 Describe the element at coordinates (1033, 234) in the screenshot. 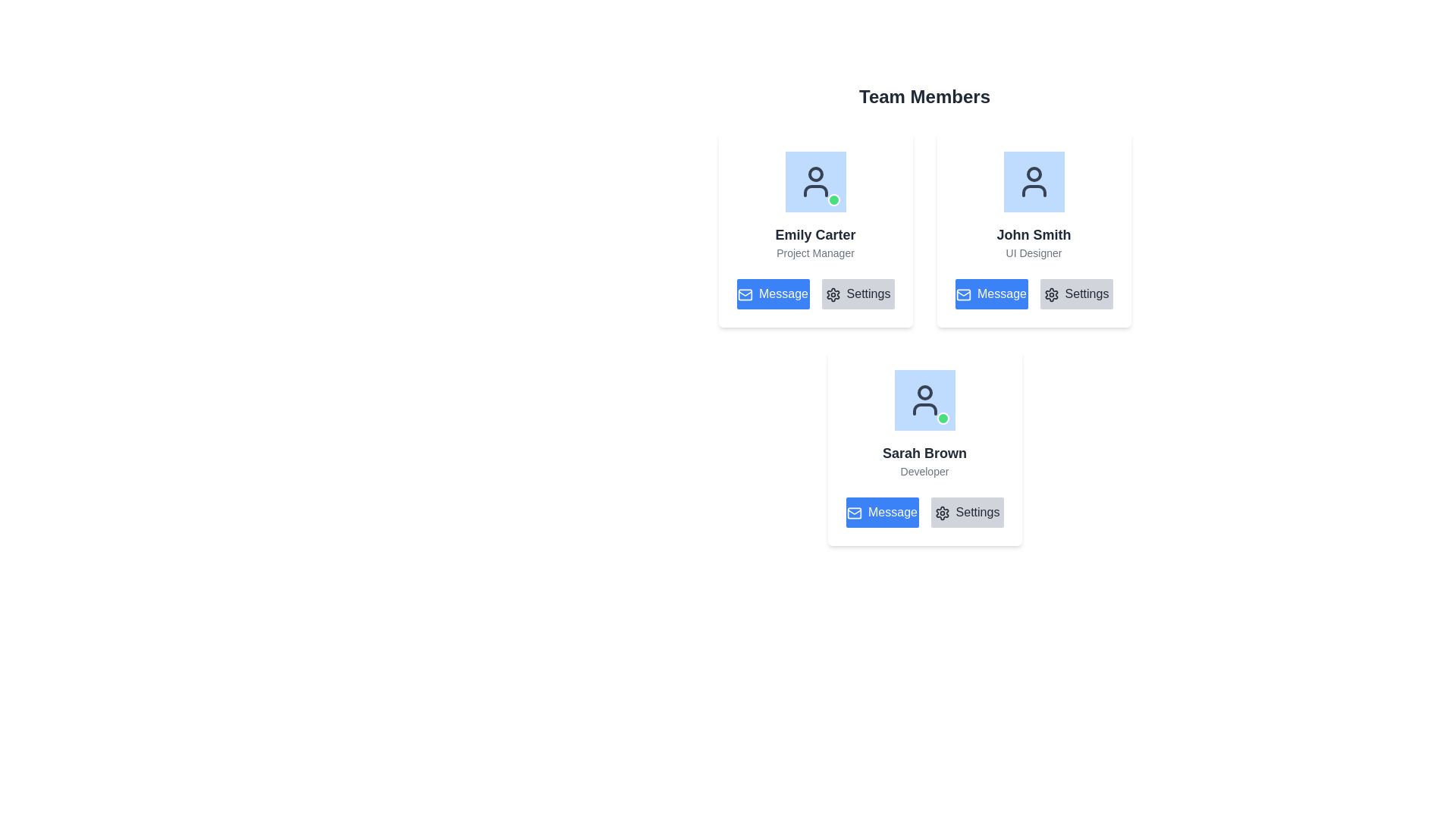

I see `the Text Label displaying 'John Smith', which is positioned in the upper center of the card, above the 'UI Designer' text` at that location.